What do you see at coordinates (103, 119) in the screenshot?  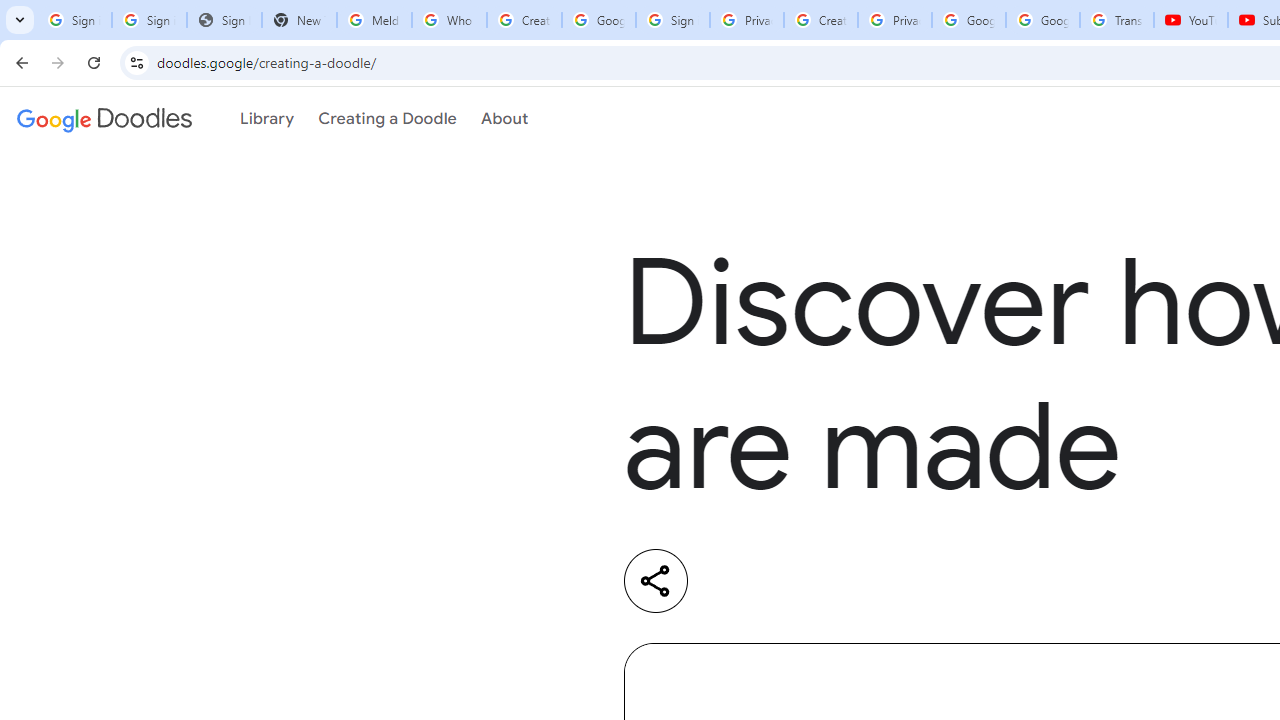 I see `'Google doodles'` at bounding box center [103, 119].